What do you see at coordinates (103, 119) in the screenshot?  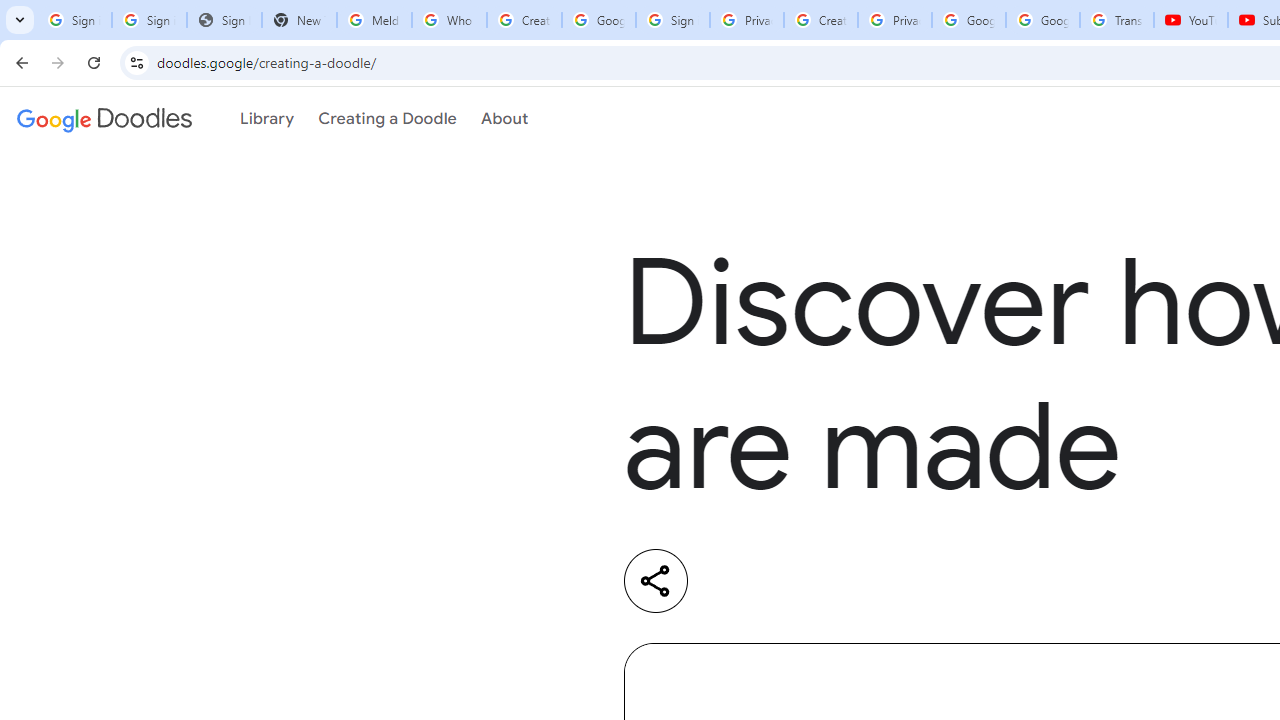 I see `'Google doodles'` at bounding box center [103, 119].